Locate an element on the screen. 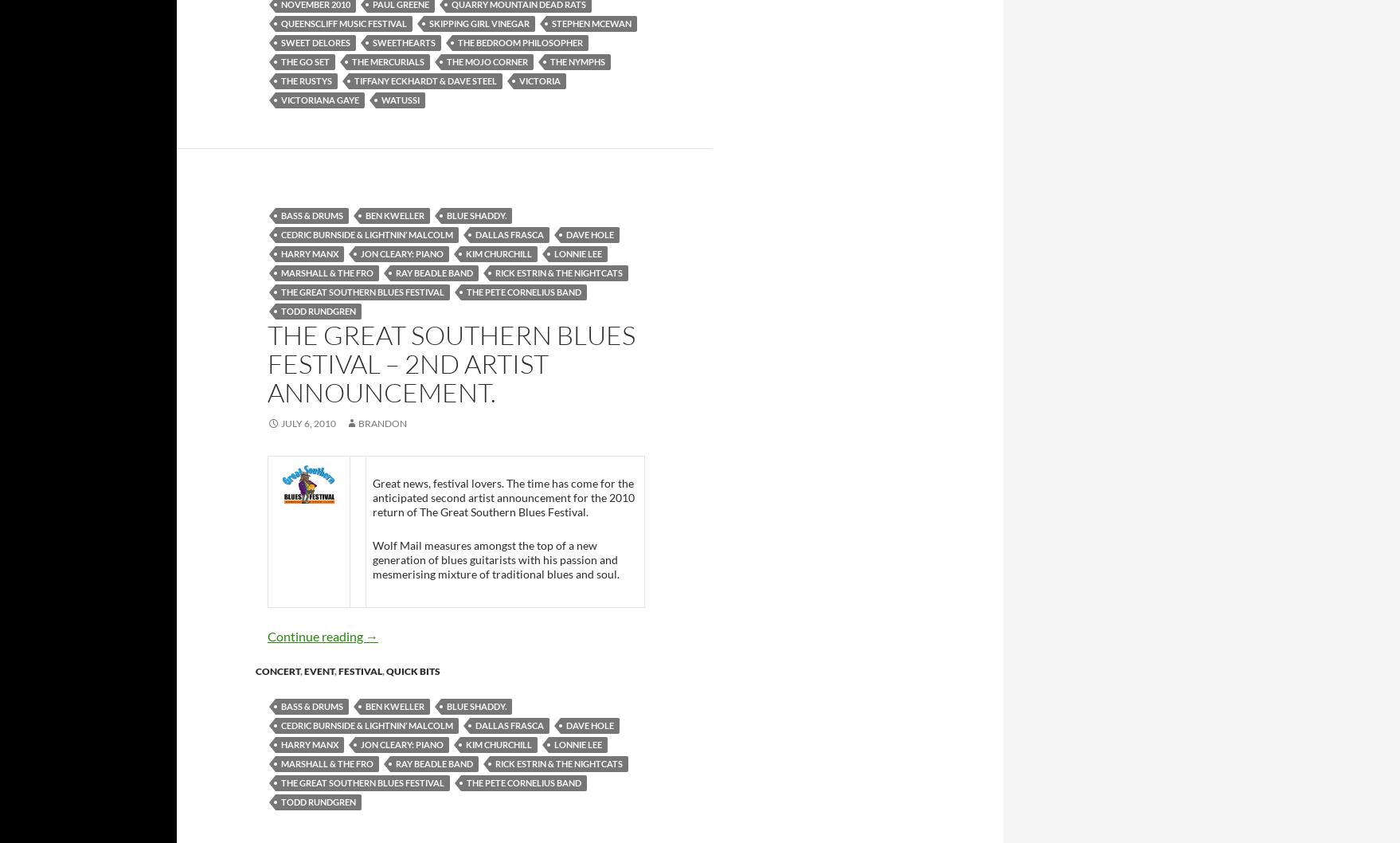  'The Rustys' is located at coordinates (307, 79).